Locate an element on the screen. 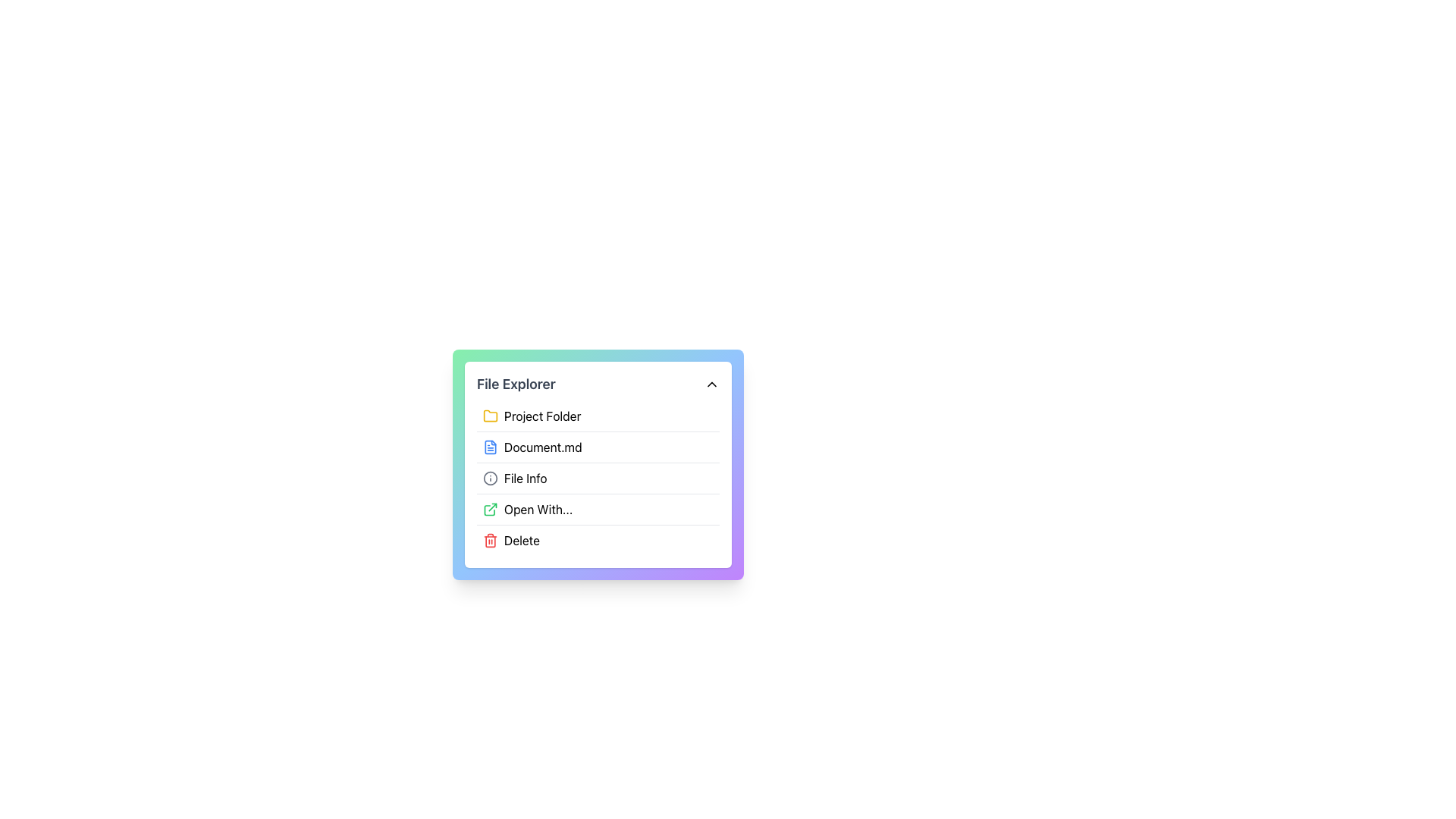 Image resolution: width=1456 pixels, height=819 pixels. the yellow-colored folder-style icon next to the text 'Project Folder' in the 'File Explorer' pop-up window is located at coordinates (491, 416).